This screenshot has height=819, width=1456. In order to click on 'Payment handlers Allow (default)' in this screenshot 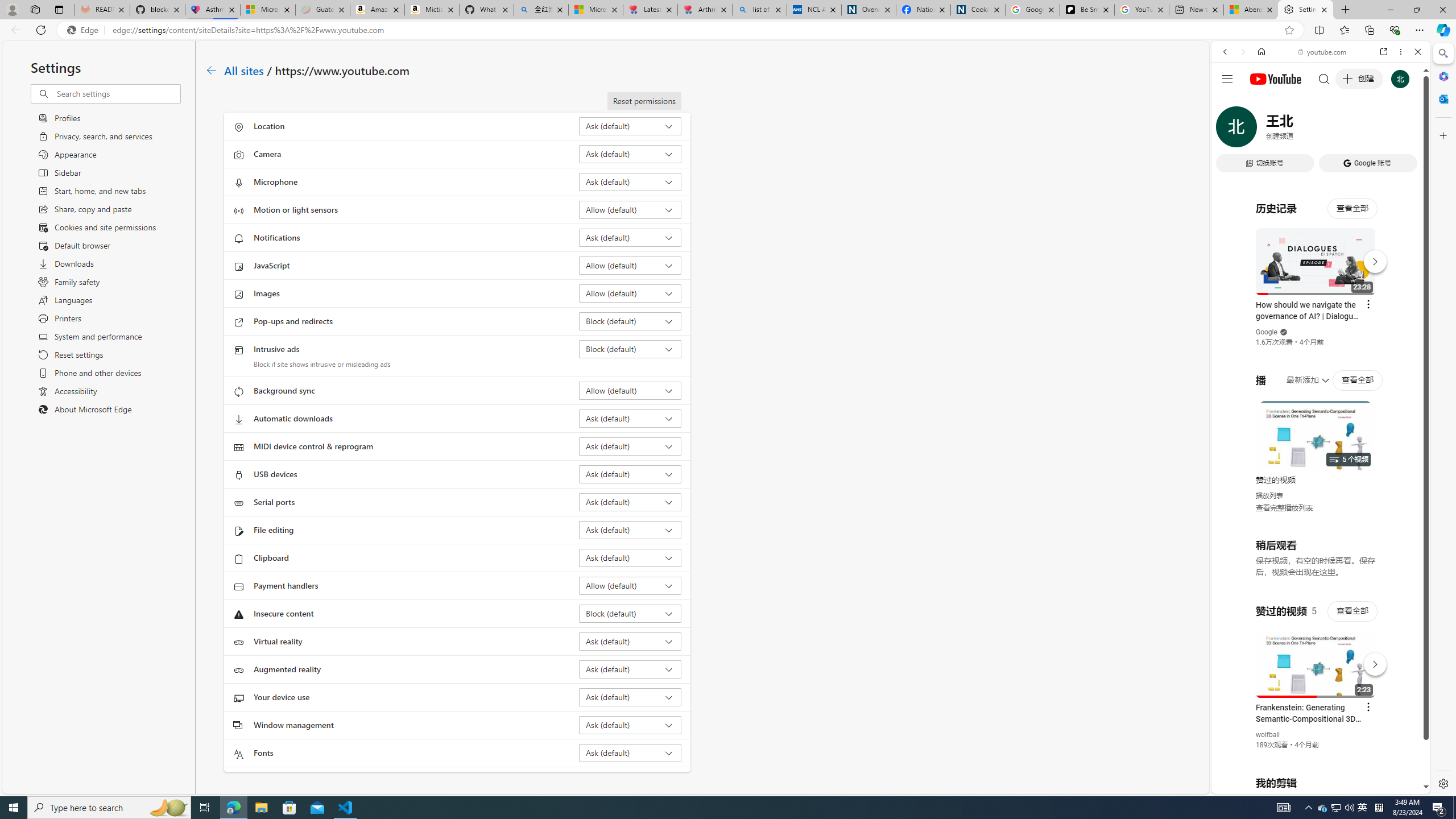, I will do `click(630, 585)`.